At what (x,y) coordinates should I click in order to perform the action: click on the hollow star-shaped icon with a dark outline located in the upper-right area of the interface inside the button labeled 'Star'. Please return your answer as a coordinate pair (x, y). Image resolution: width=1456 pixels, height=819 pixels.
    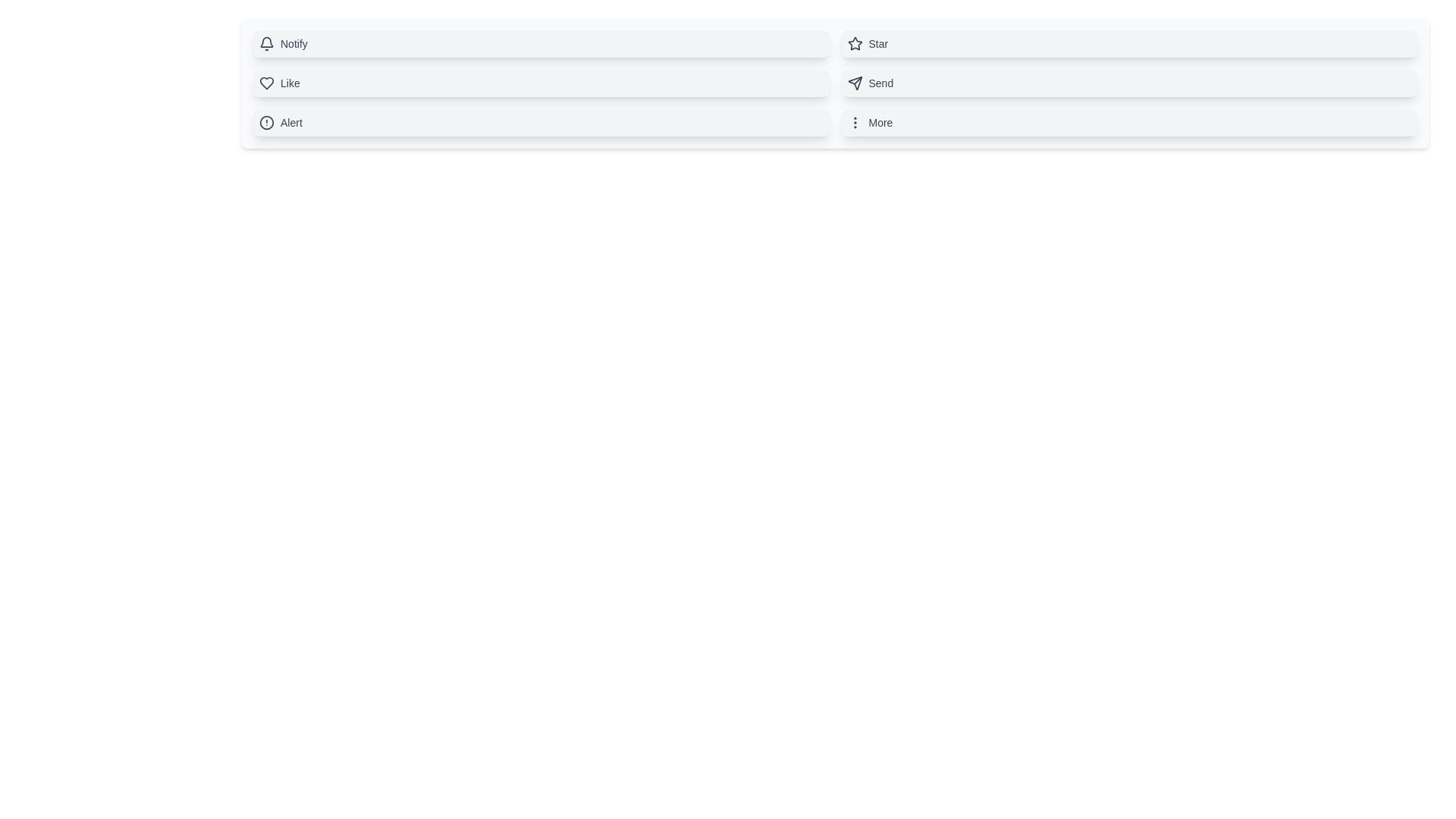
    Looking at the image, I should click on (855, 42).